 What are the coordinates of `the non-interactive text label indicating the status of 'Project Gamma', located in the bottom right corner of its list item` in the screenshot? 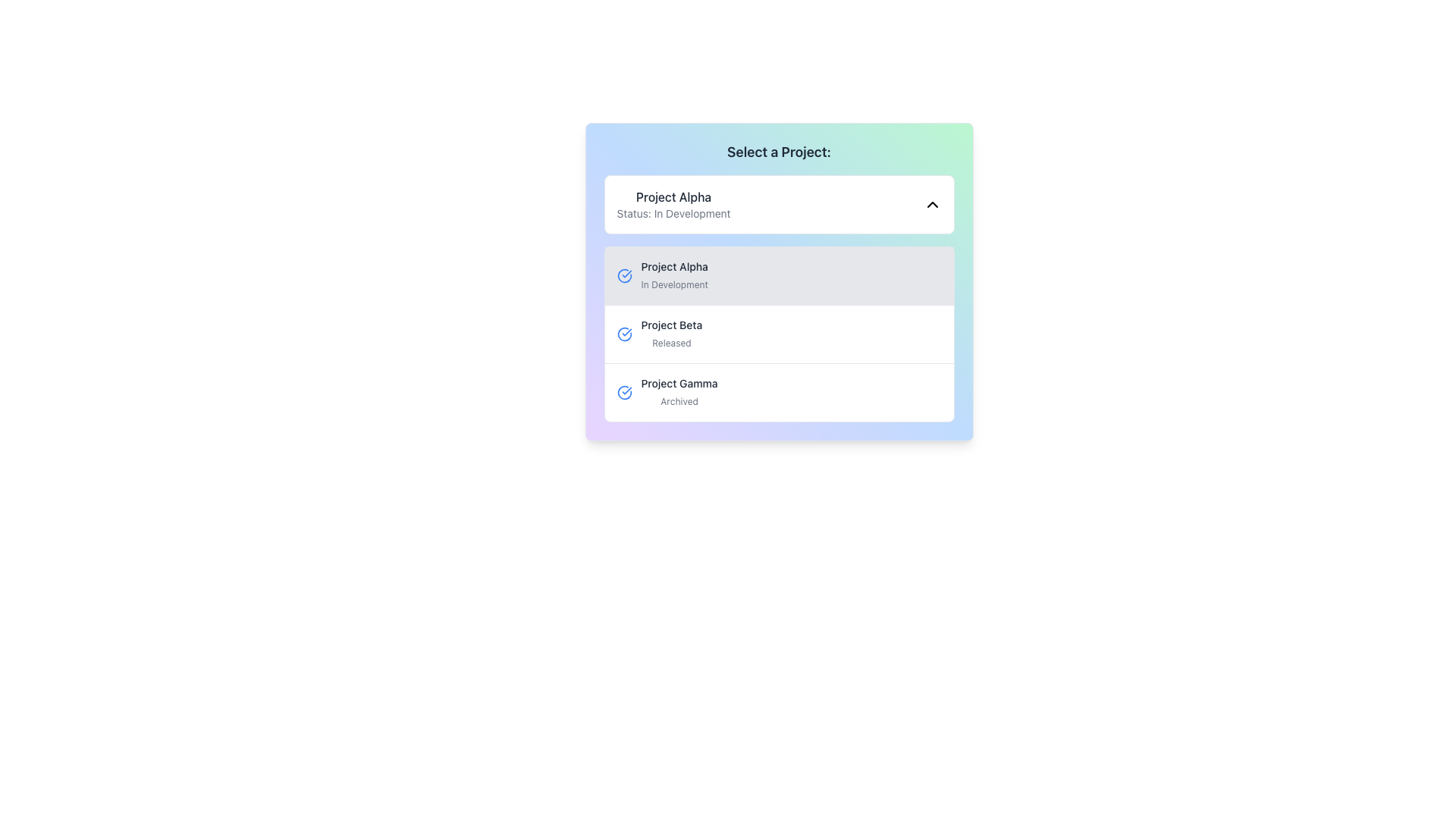 It's located at (679, 400).